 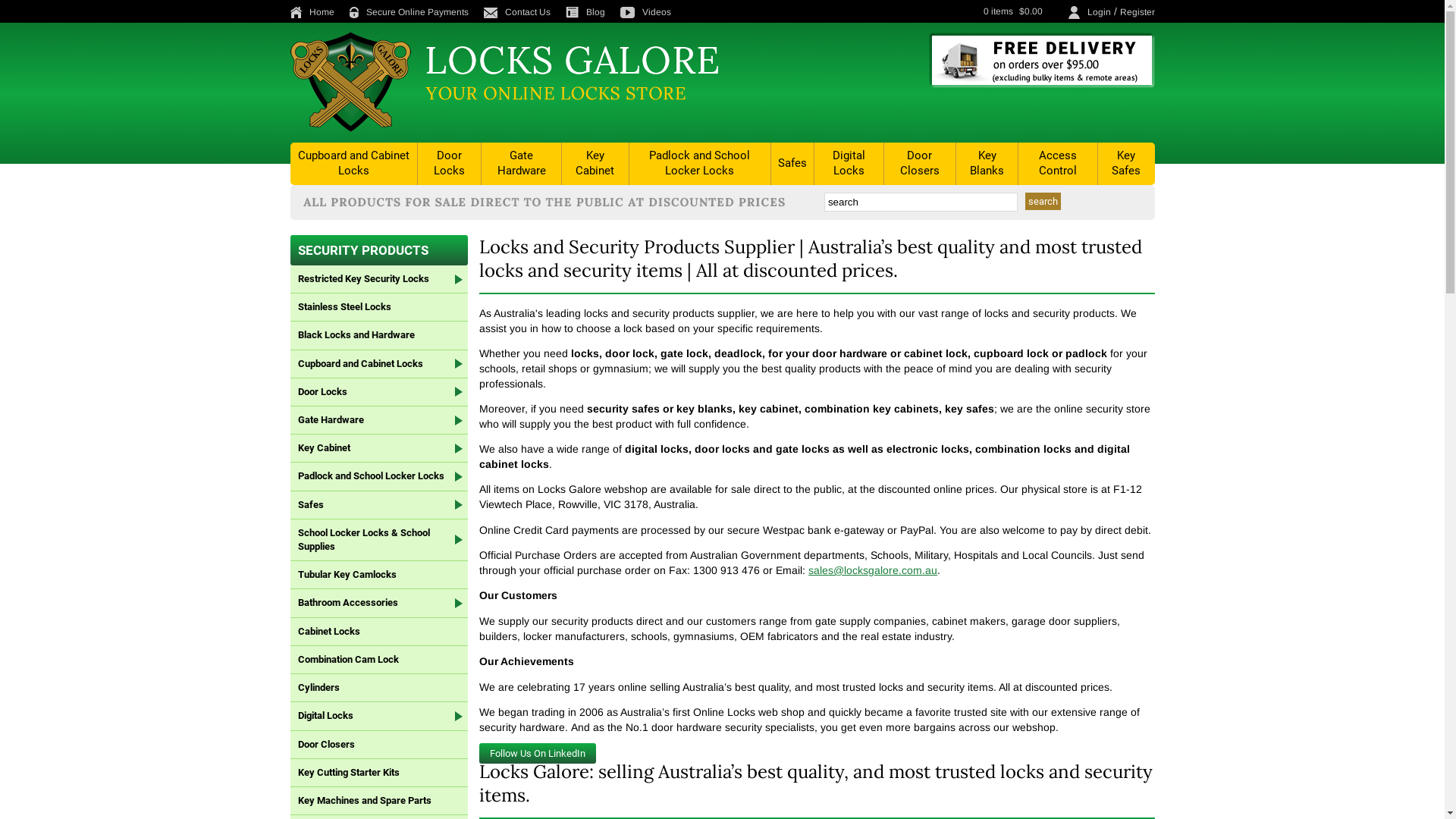 I want to click on 'Login', so click(x=1099, y=11).